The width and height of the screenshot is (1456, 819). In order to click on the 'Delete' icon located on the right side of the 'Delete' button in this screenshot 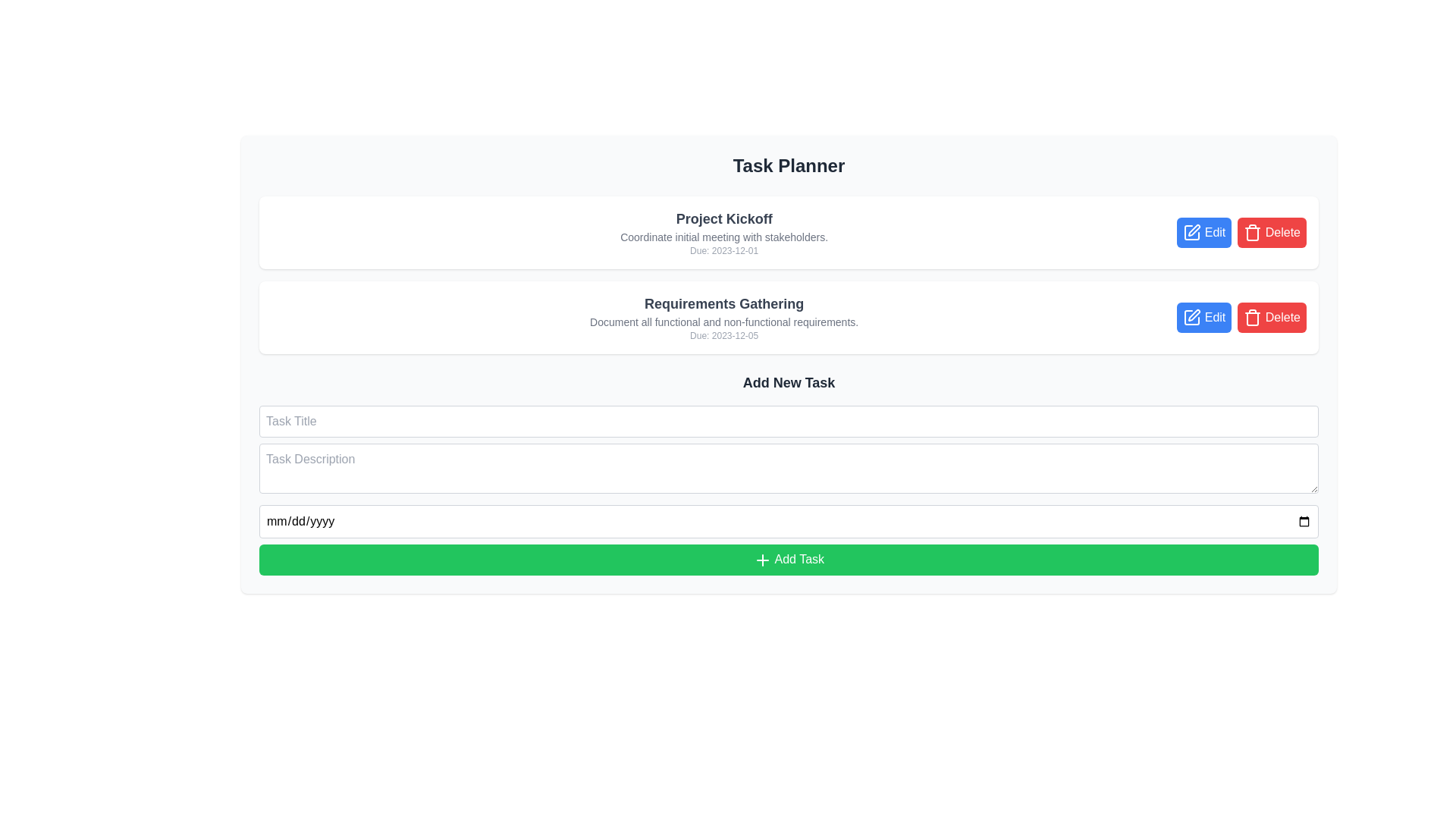, I will do `click(1253, 317)`.